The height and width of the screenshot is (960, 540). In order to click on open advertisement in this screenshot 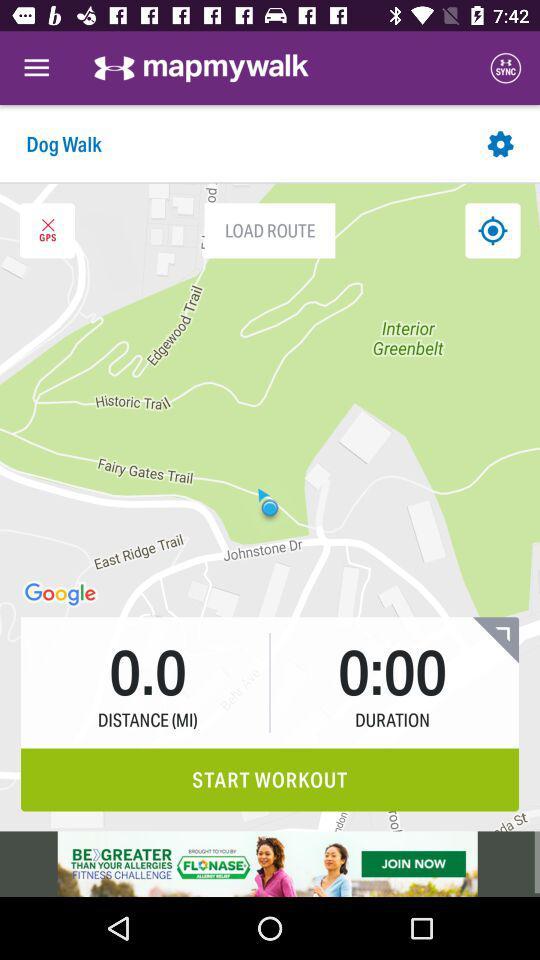, I will do `click(270, 863)`.